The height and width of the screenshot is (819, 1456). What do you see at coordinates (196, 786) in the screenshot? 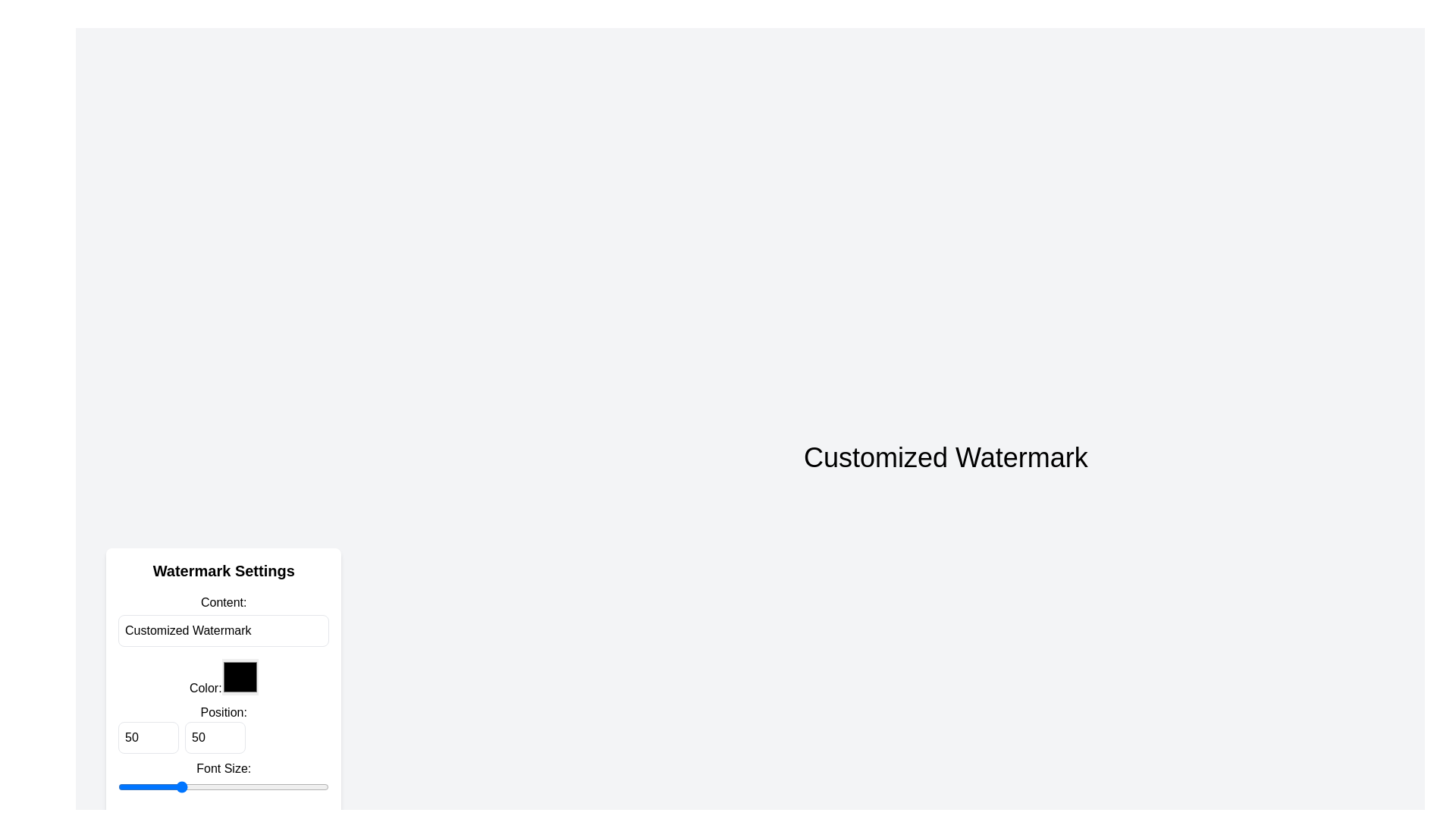
I see `the font size` at bounding box center [196, 786].